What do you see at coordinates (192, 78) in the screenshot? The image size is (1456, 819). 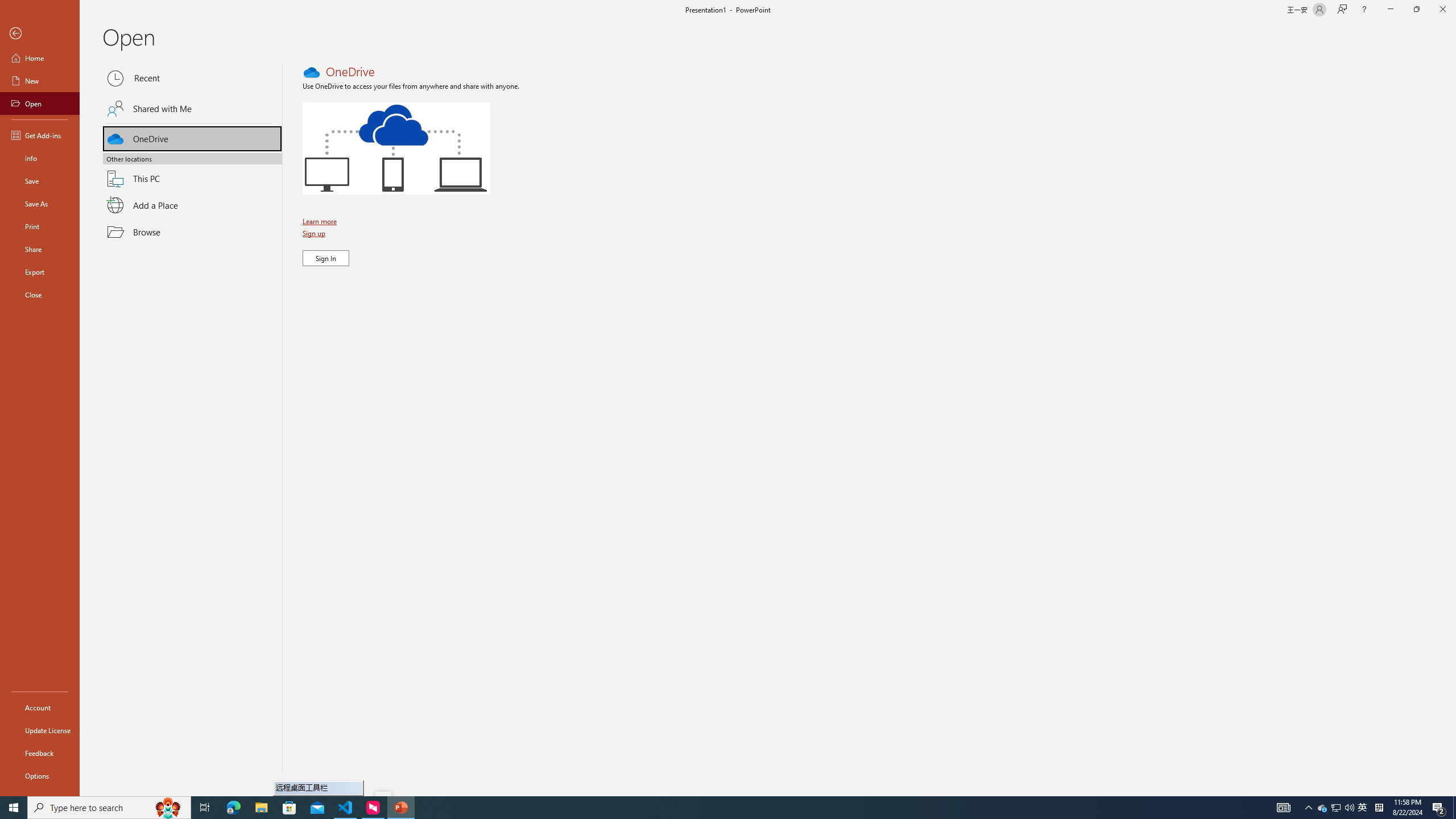 I see `'Recent'` at bounding box center [192, 78].